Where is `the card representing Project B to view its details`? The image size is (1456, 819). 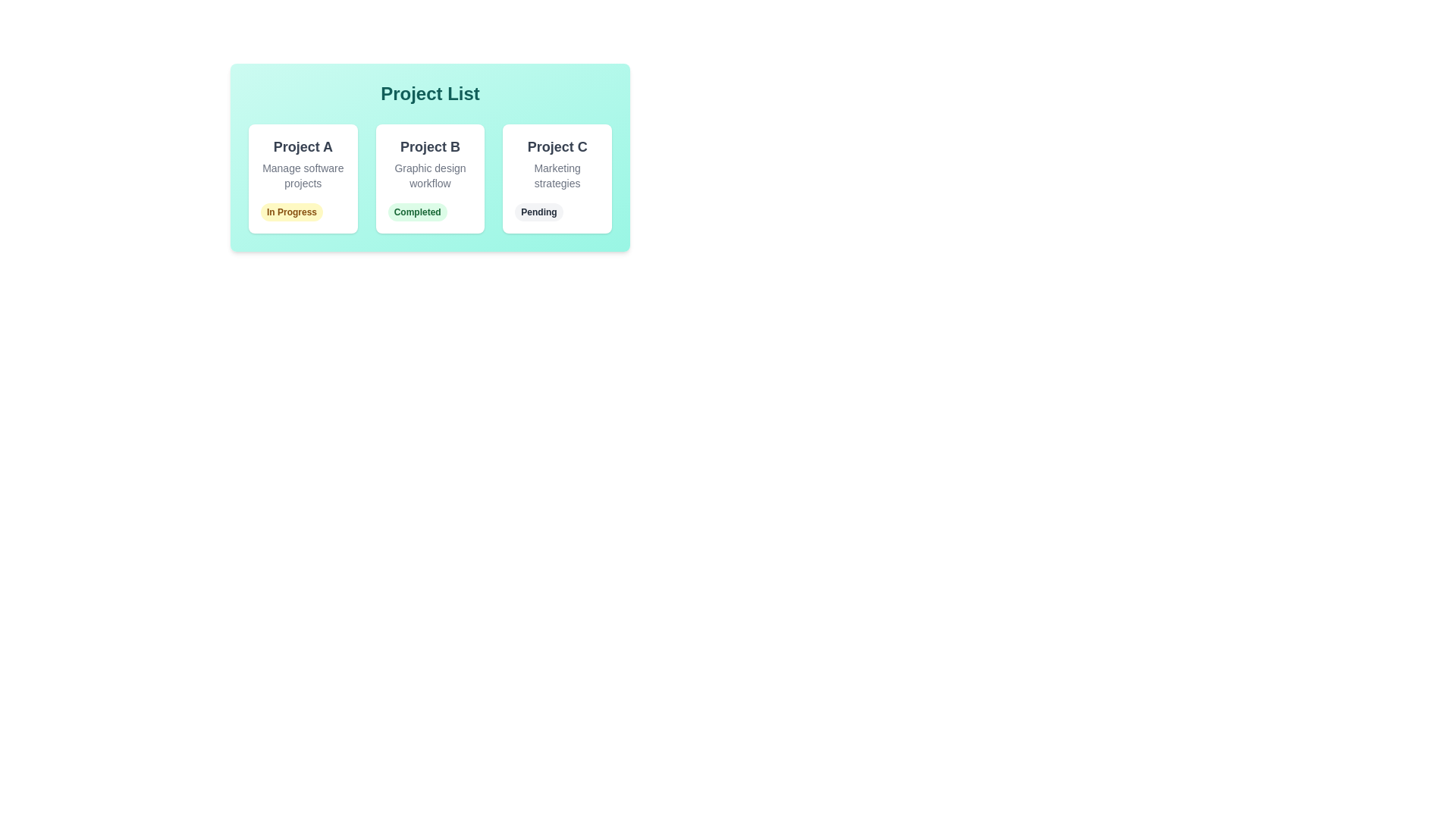
the card representing Project B to view its details is located at coordinates (429, 177).